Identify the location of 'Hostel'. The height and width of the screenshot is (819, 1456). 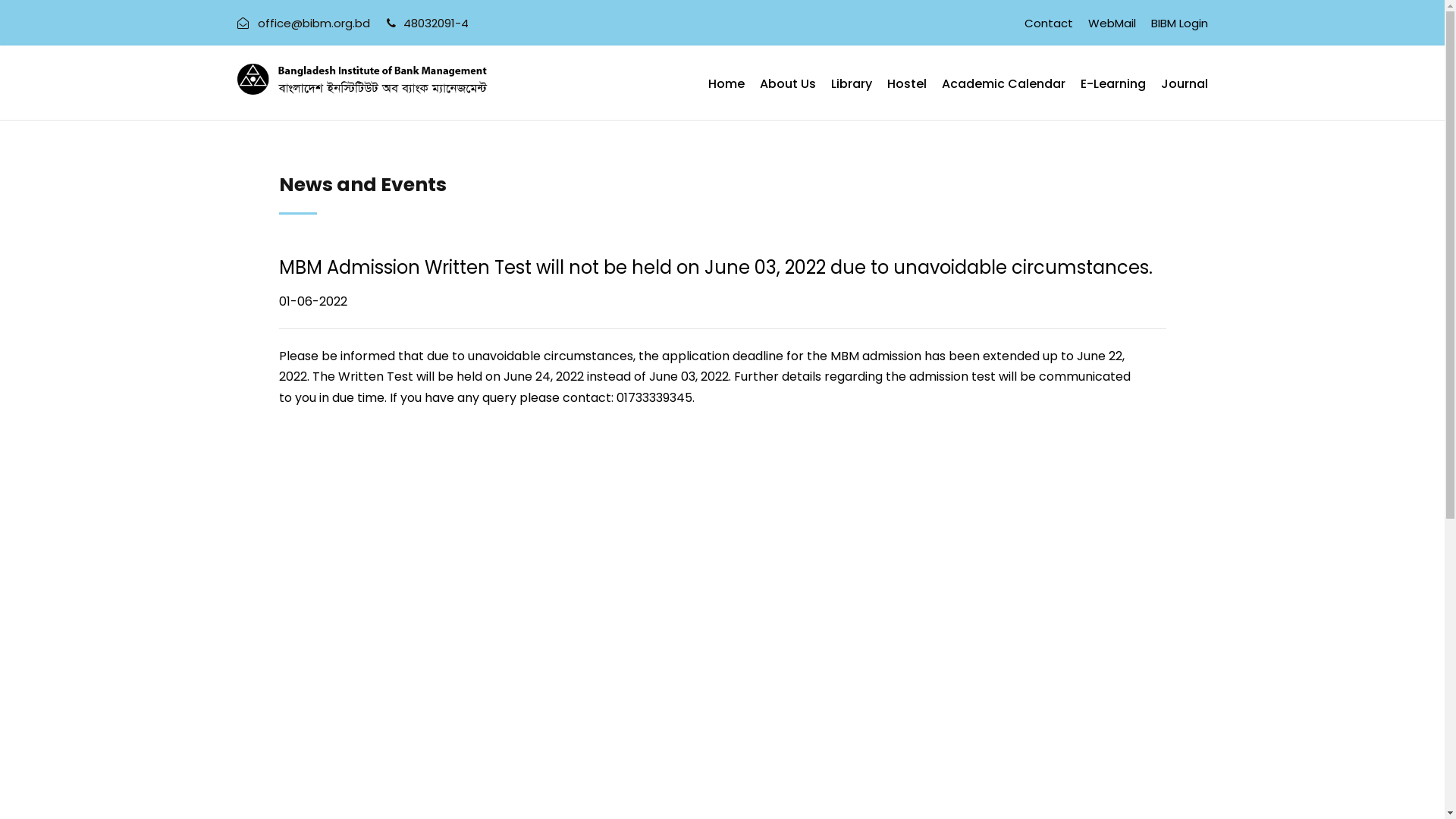
(906, 96).